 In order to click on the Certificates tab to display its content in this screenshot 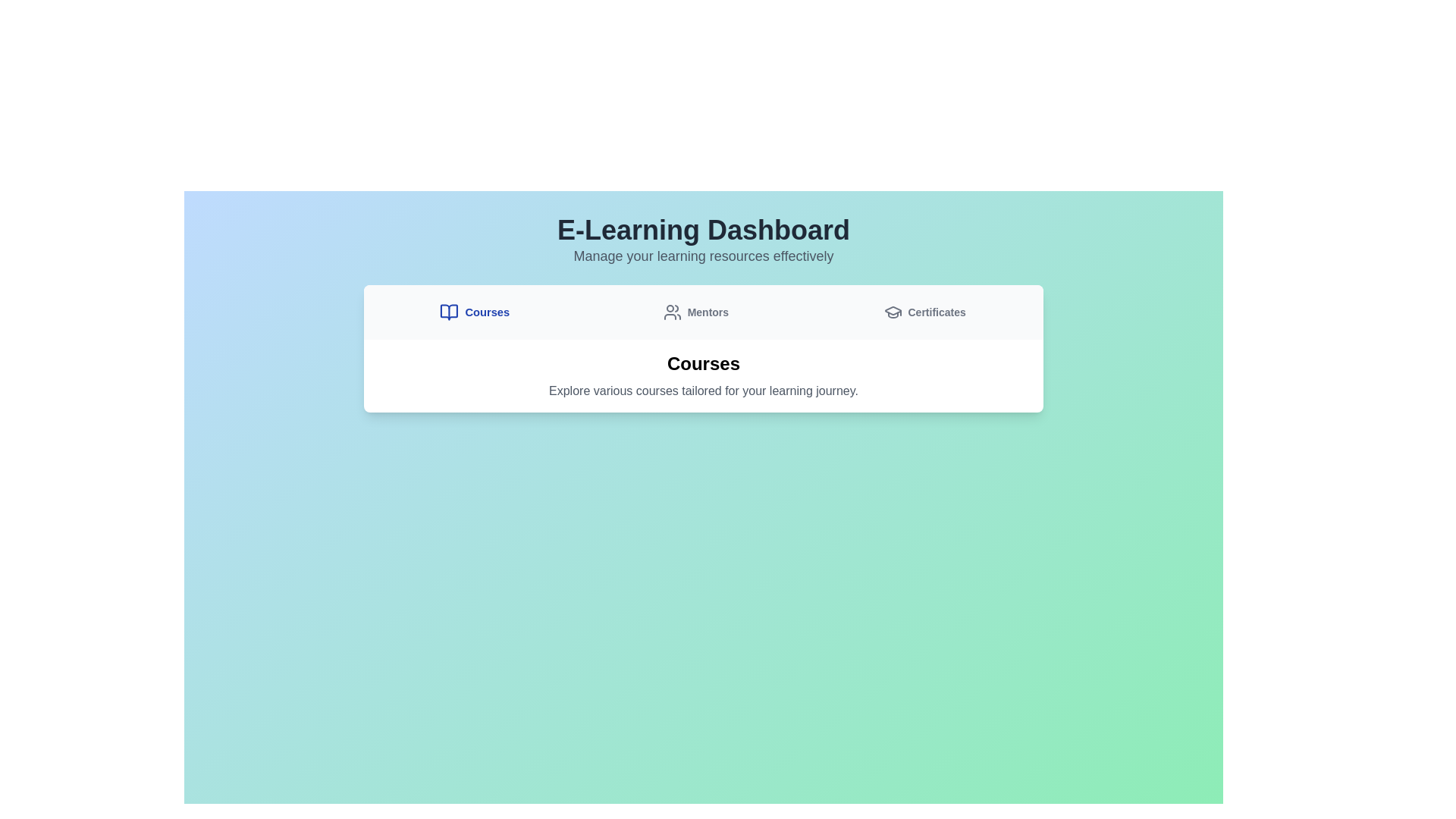, I will do `click(924, 312)`.